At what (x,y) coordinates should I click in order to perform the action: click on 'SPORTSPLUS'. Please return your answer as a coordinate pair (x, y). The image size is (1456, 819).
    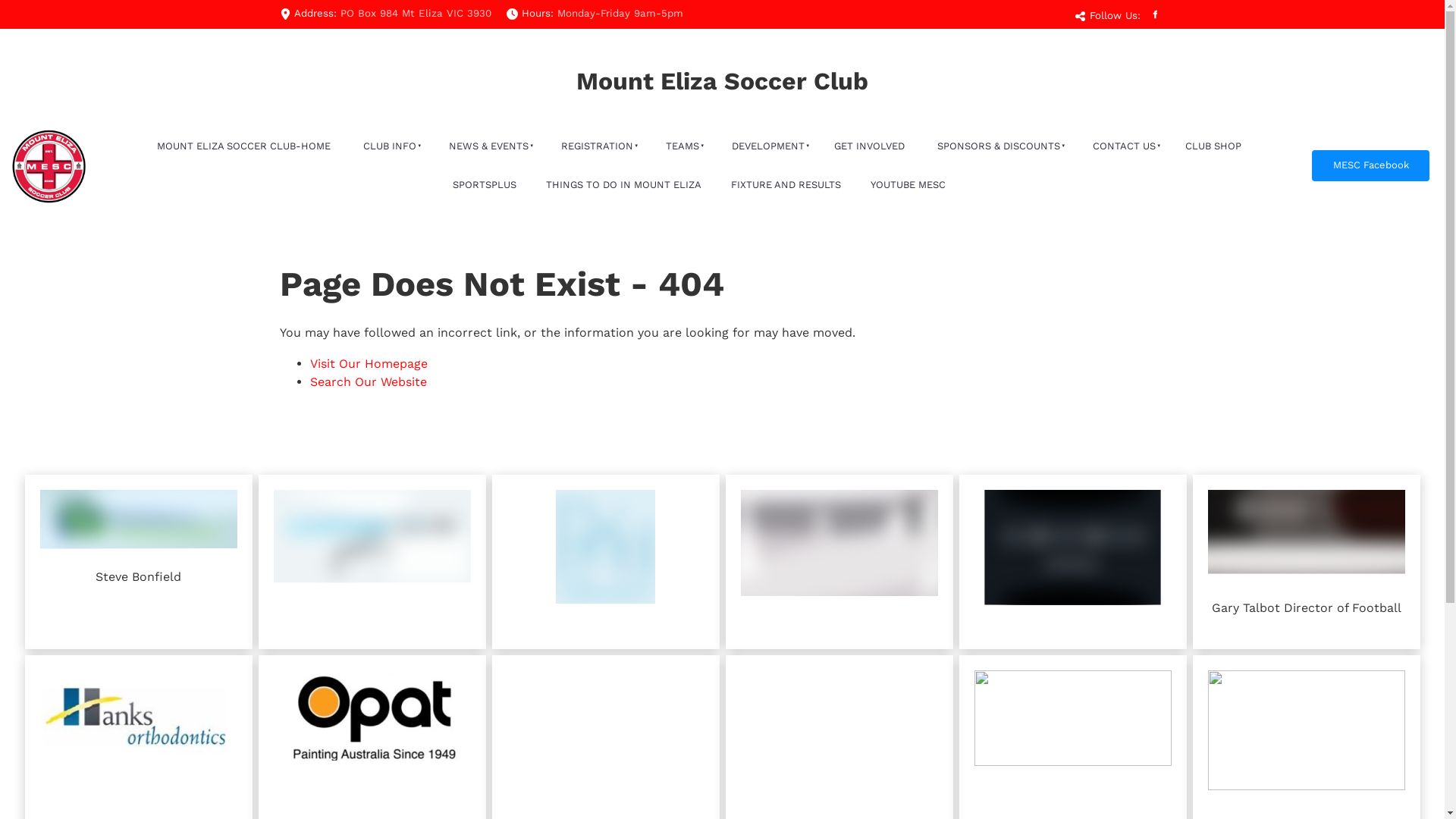
    Looking at the image, I should click on (483, 184).